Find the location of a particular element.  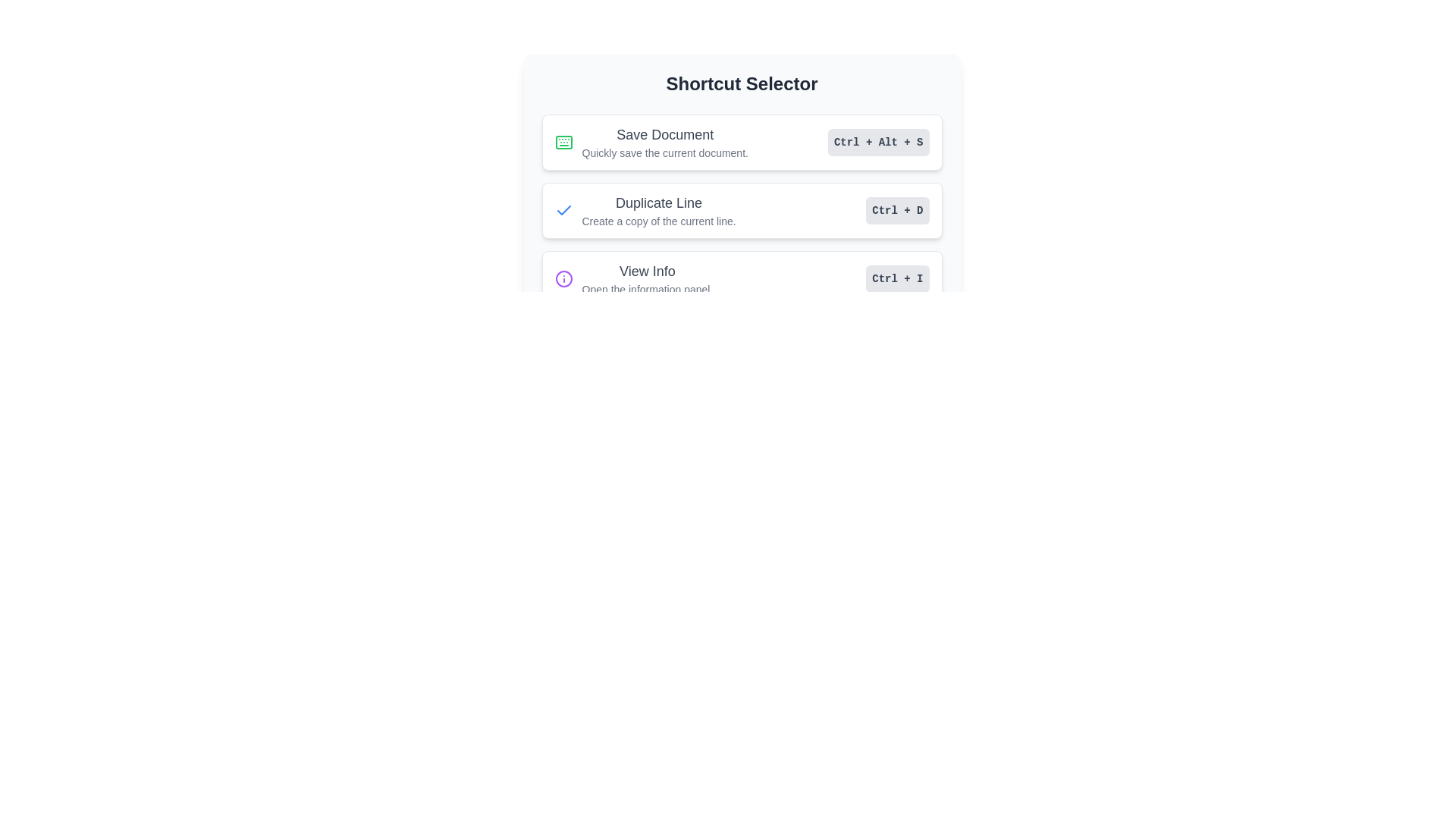

the second Card component in the vertically stacked list of shortcut options is located at coordinates (742, 189).